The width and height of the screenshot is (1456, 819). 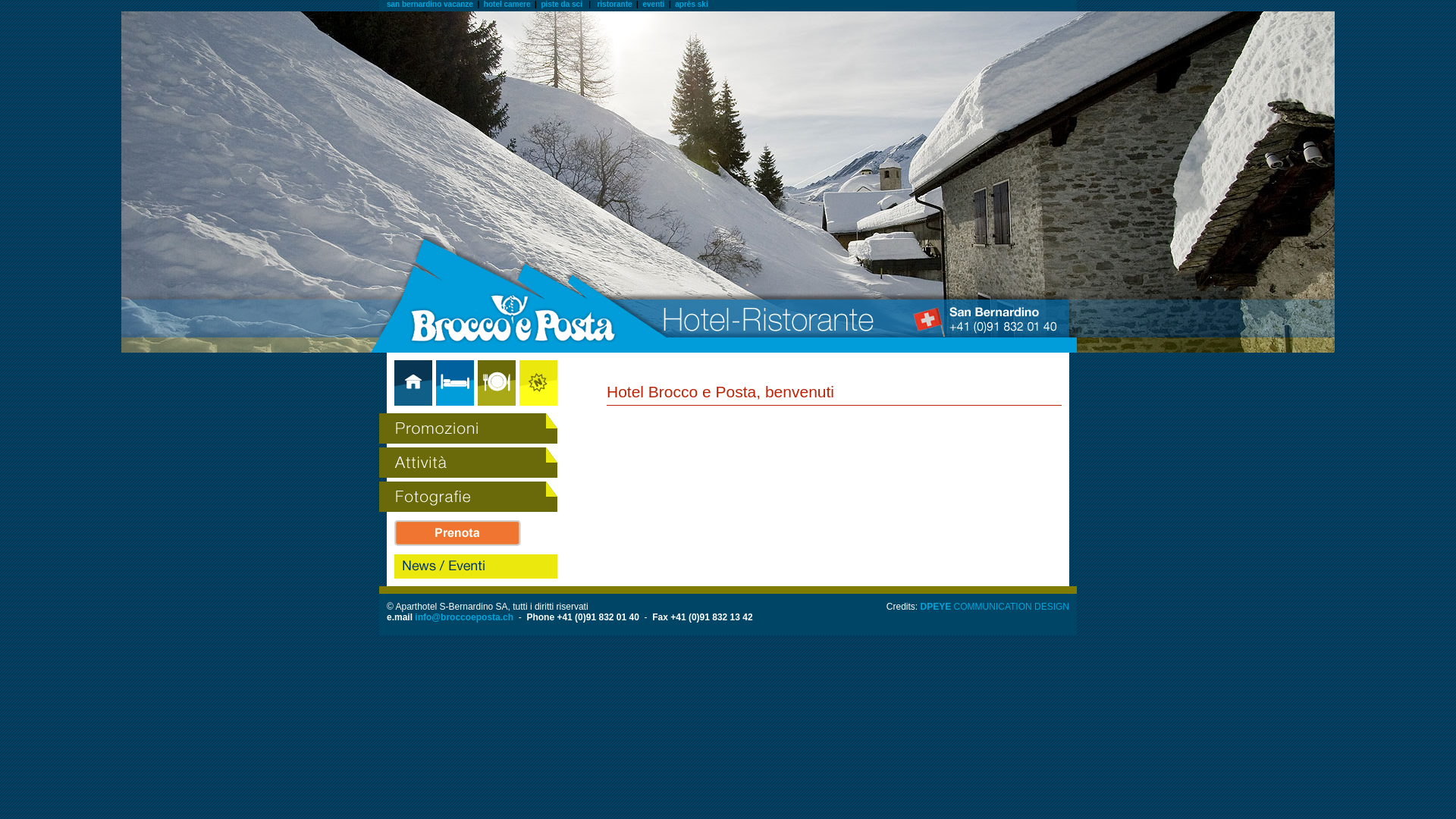 What do you see at coordinates (994, 605) in the screenshot?
I see `'DPEYE COMMUNICATION DESIGN'` at bounding box center [994, 605].